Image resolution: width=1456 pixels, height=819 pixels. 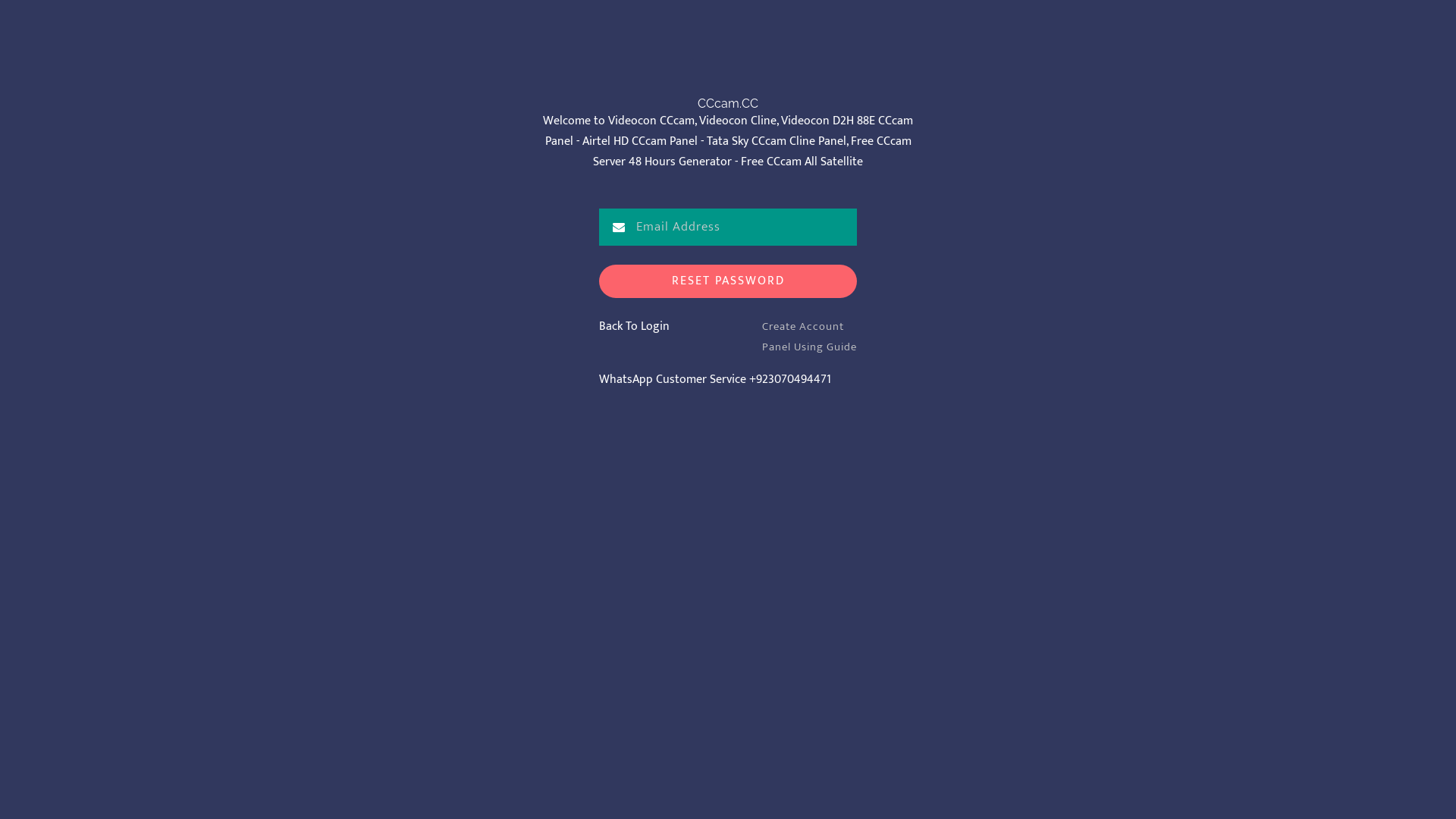 I want to click on 'CCcam.CC', so click(x=728, y=103).